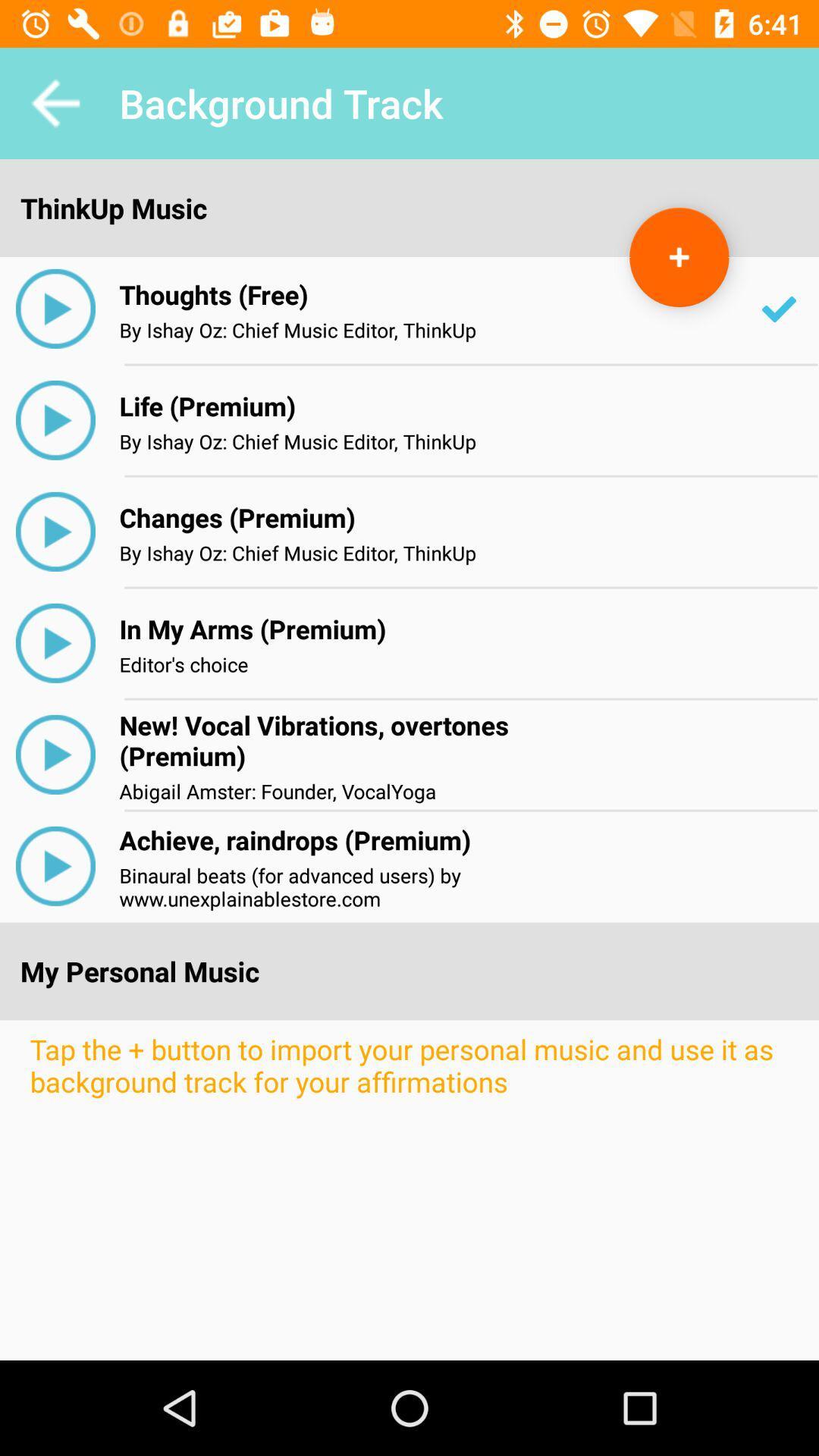 This screenshot has width=819, height=1456. I want to click on the add icon, so click(678, 257).